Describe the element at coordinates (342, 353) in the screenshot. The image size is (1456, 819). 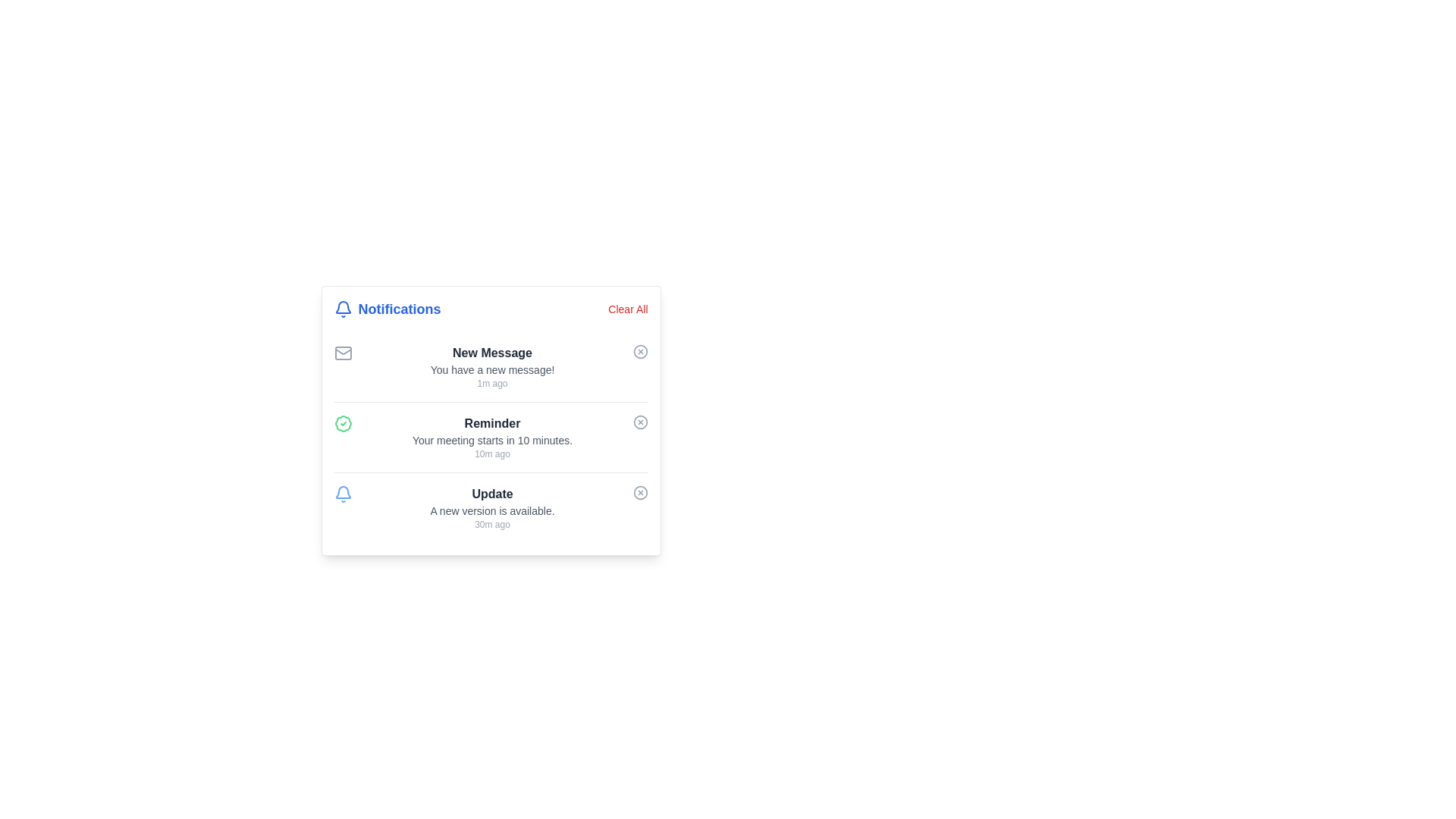
I see `the gray envelope icon indicating a new message, located at the far left of the notification section` at that location.